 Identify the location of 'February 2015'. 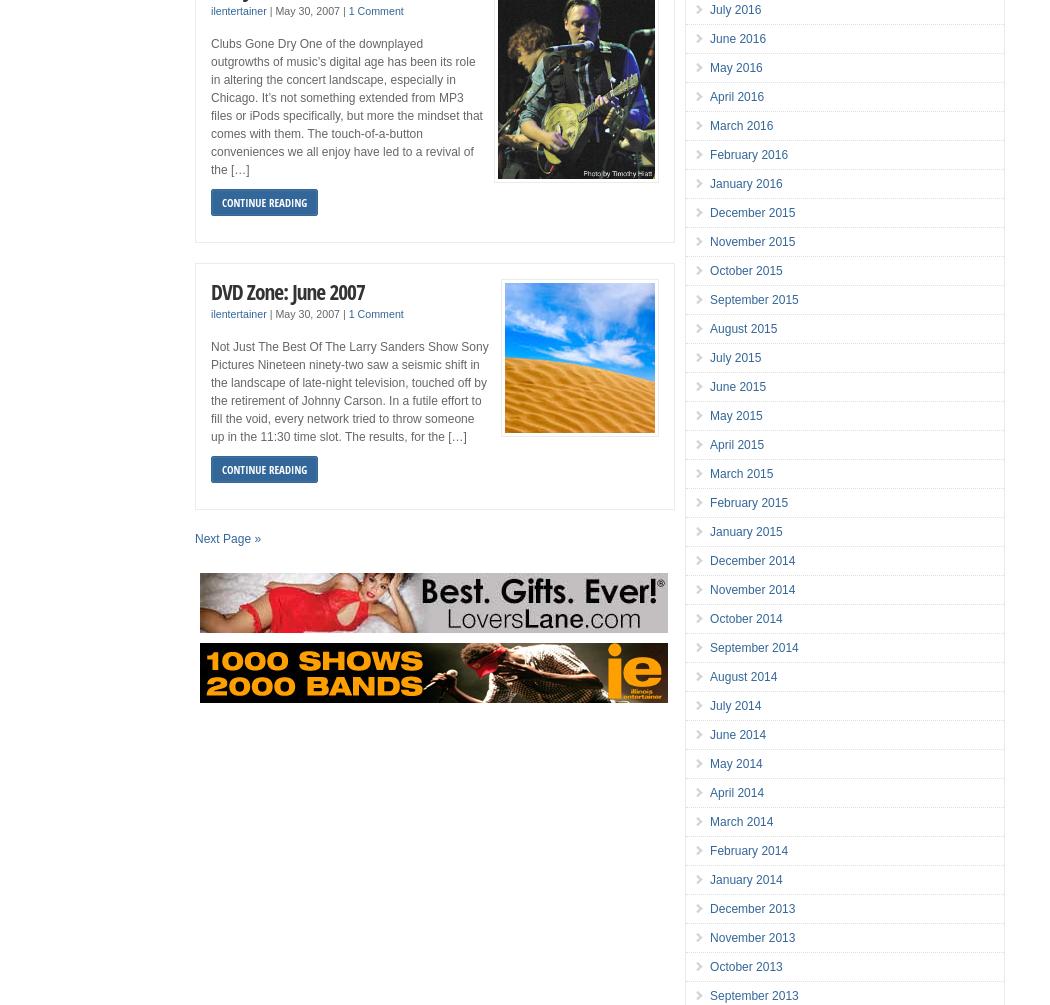
(710, 502).